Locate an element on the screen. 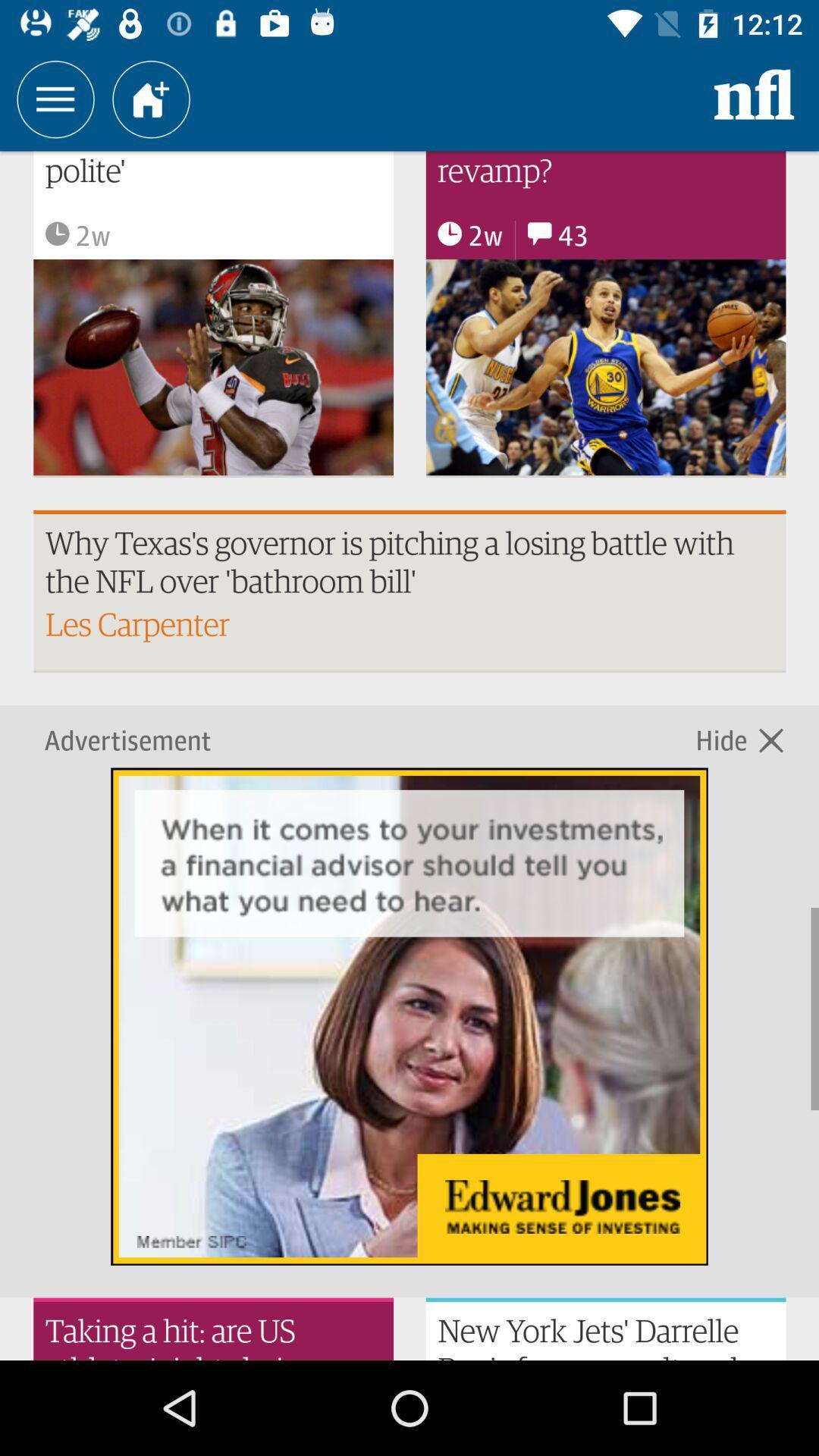 The image size is (819, 1456). the option which shows les carpenter is located at coordinates (409, 590).